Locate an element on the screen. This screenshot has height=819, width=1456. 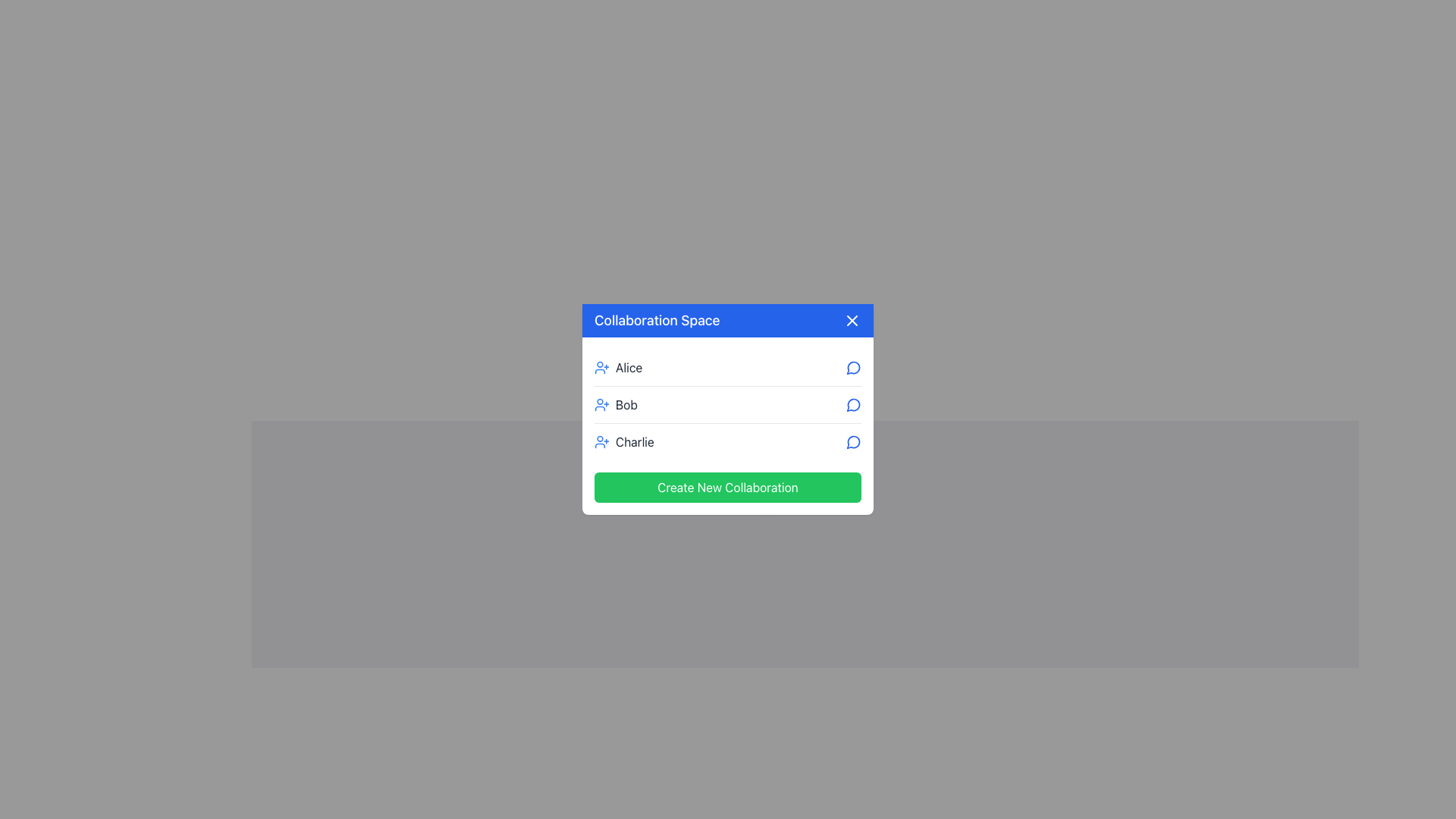
the second row in the list labeled 'Bob' is located at coordinates (728, 403).